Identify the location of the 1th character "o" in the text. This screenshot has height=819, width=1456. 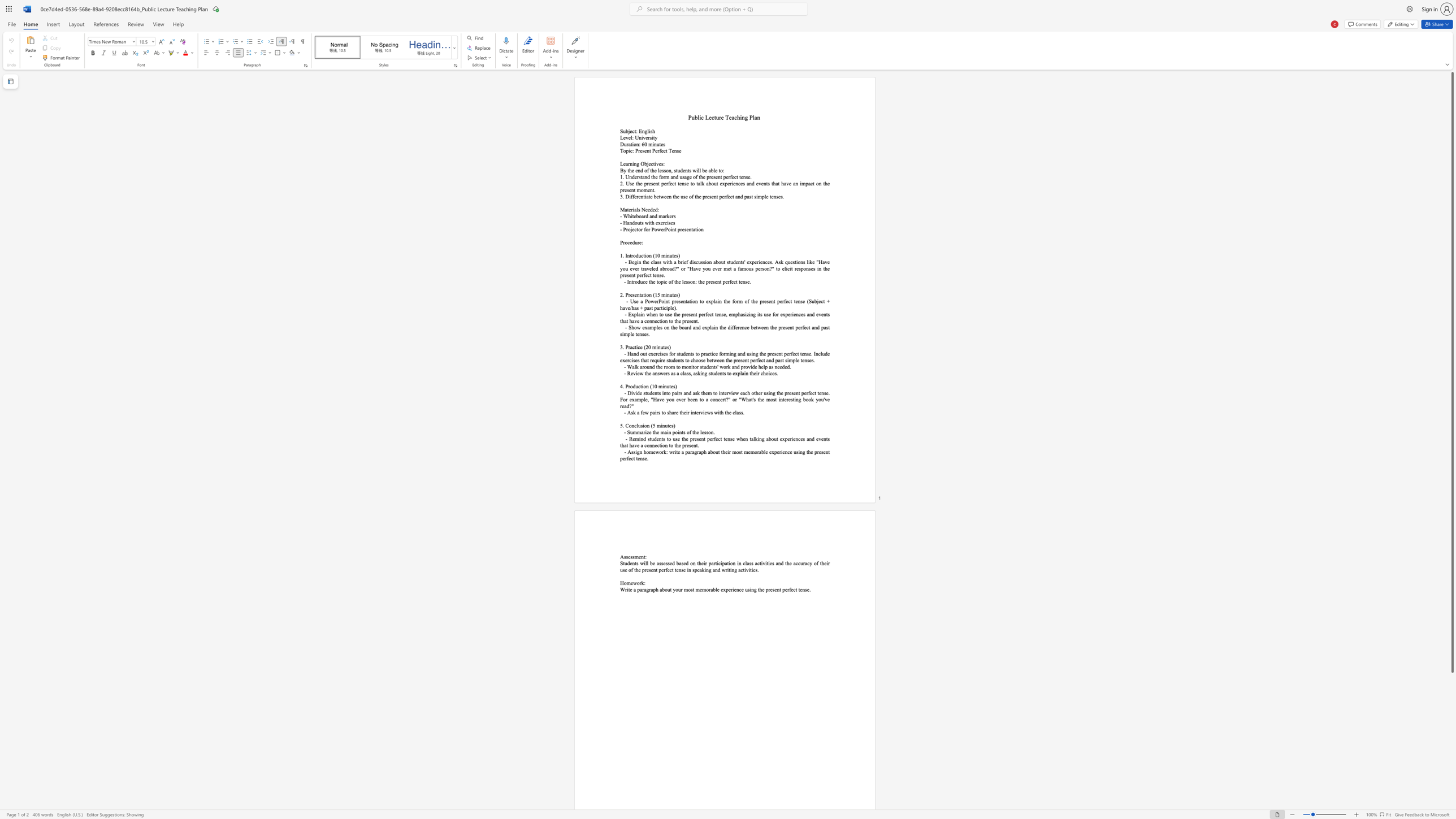
(624, 150).